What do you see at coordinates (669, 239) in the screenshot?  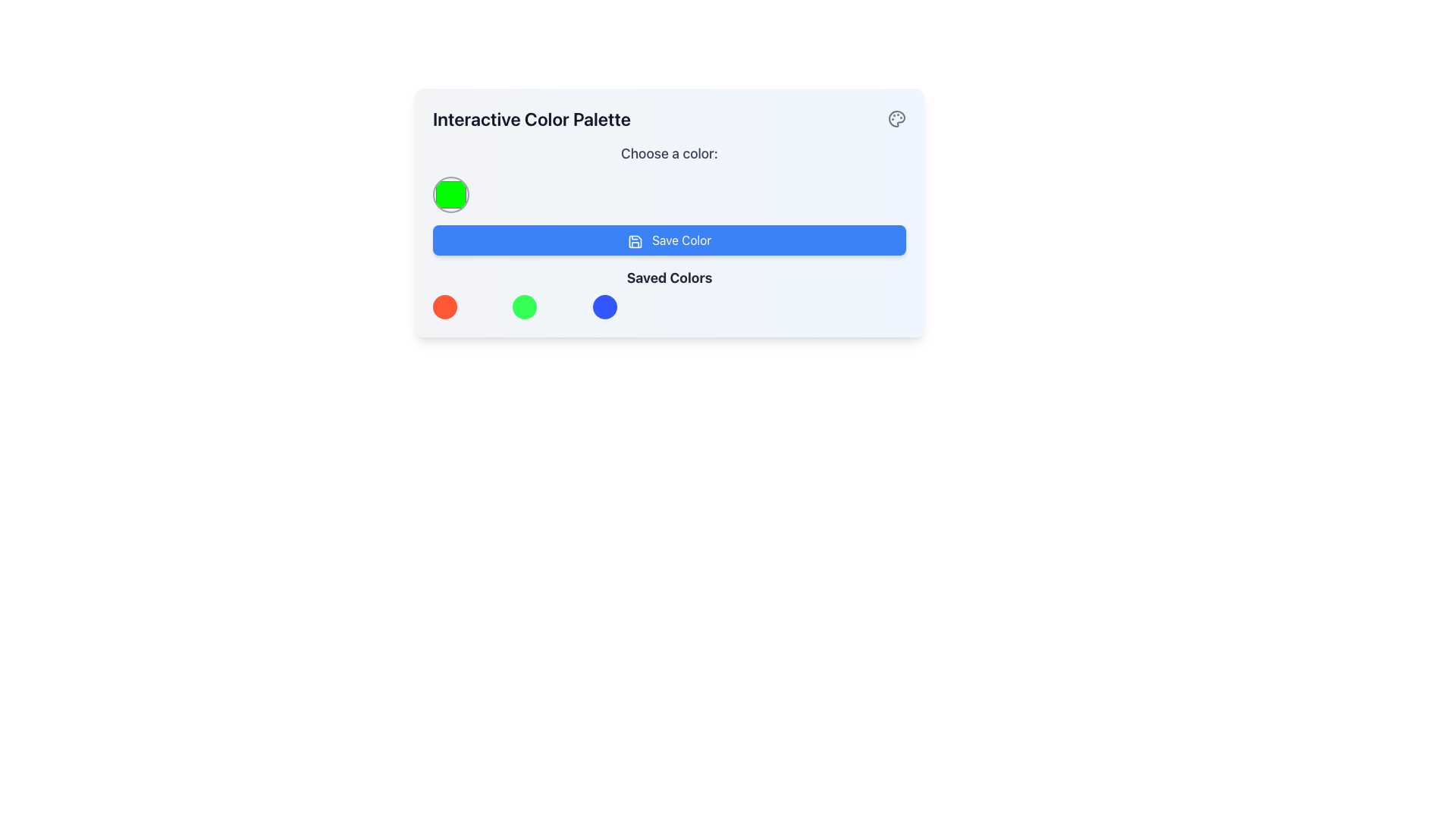 I see `the 'Save Color' button, which is a rectangular button with a blue background and white text, positioned centrally below a color selection circle` at bounding box center [669, 239].